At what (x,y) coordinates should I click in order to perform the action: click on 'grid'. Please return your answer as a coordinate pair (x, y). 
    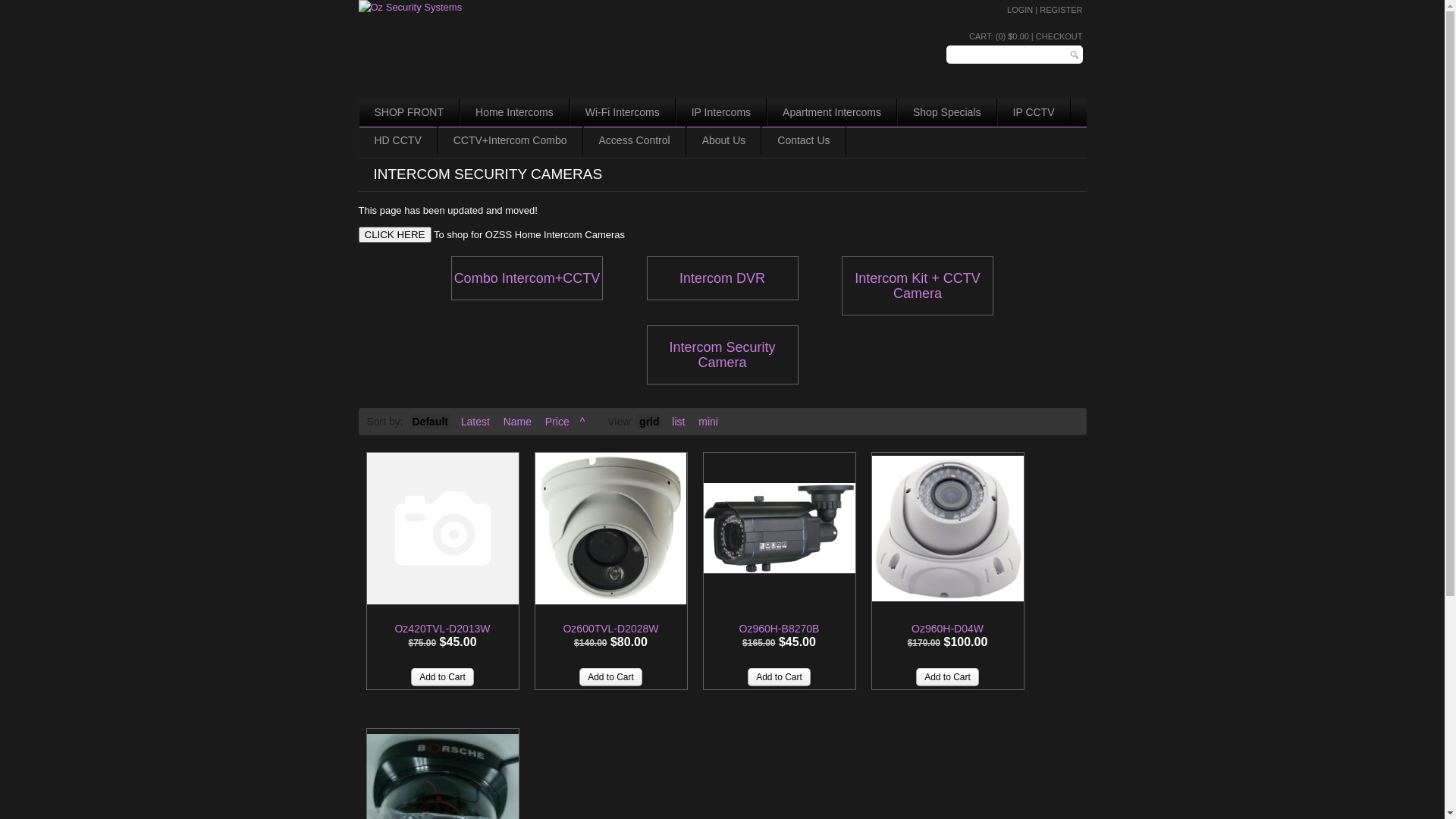
    Looking at the image, I should click on (636, 421).